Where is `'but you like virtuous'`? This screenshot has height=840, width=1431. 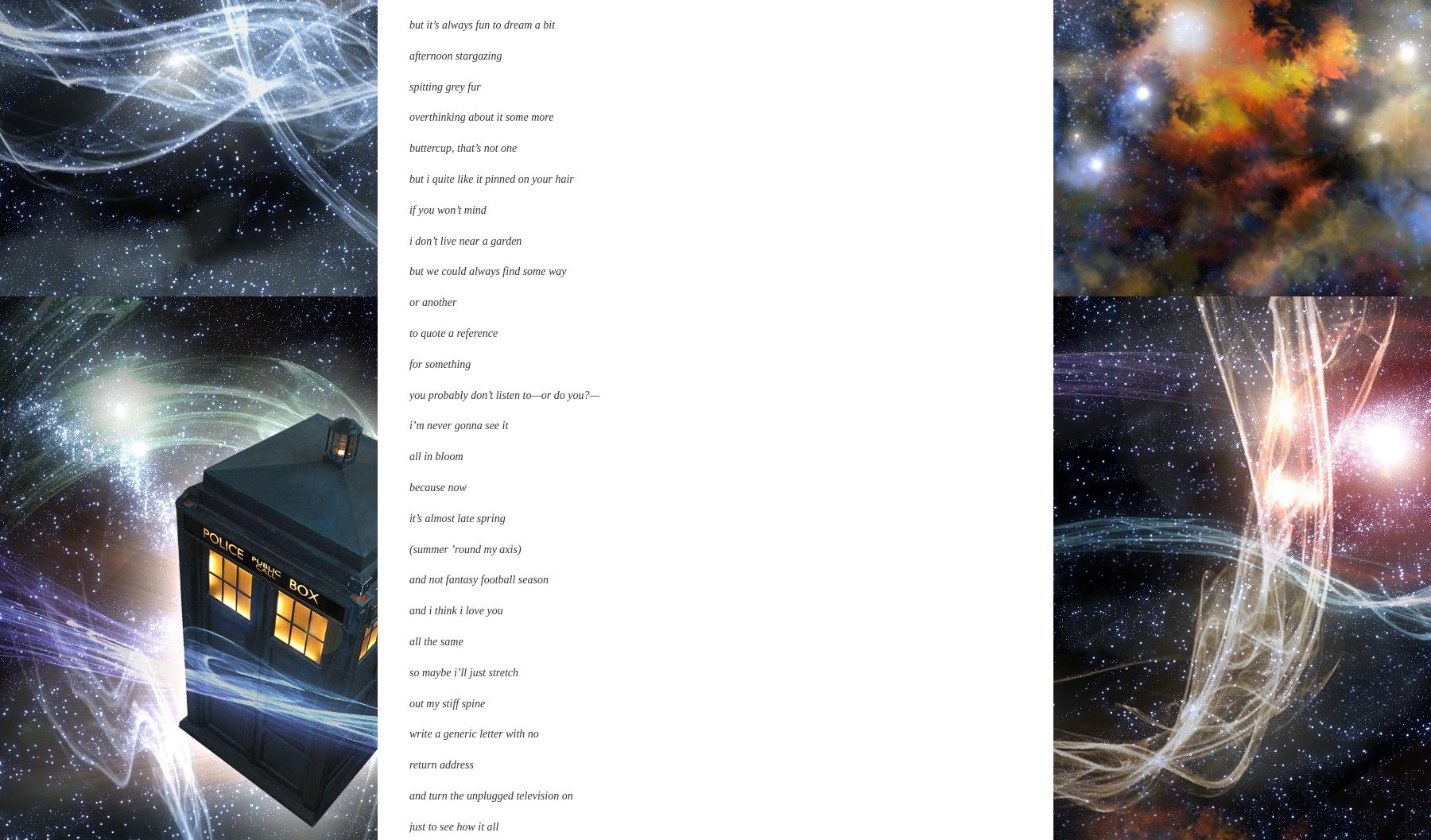
'but you like virtuous' is located at coordinates (454, 268).